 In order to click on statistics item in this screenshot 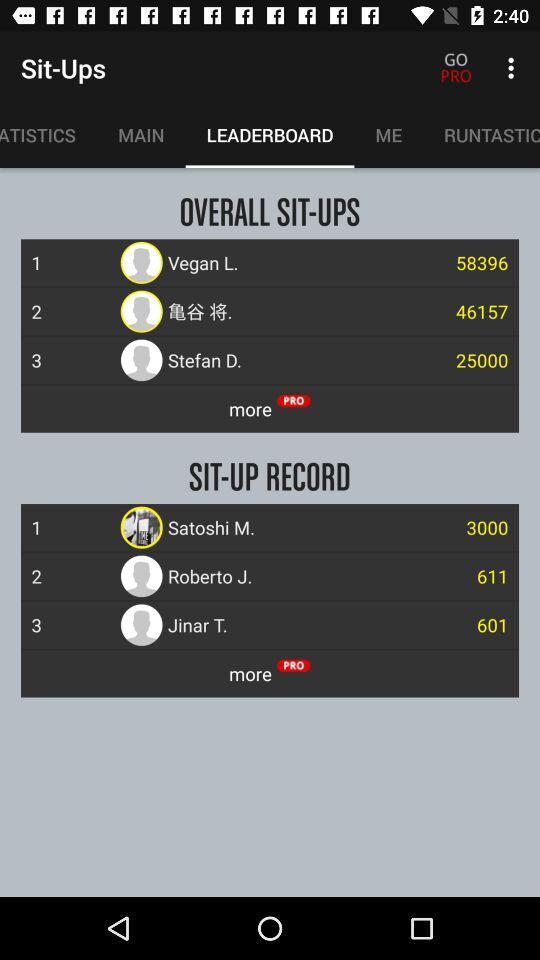, I will do `click(48, 134)`.